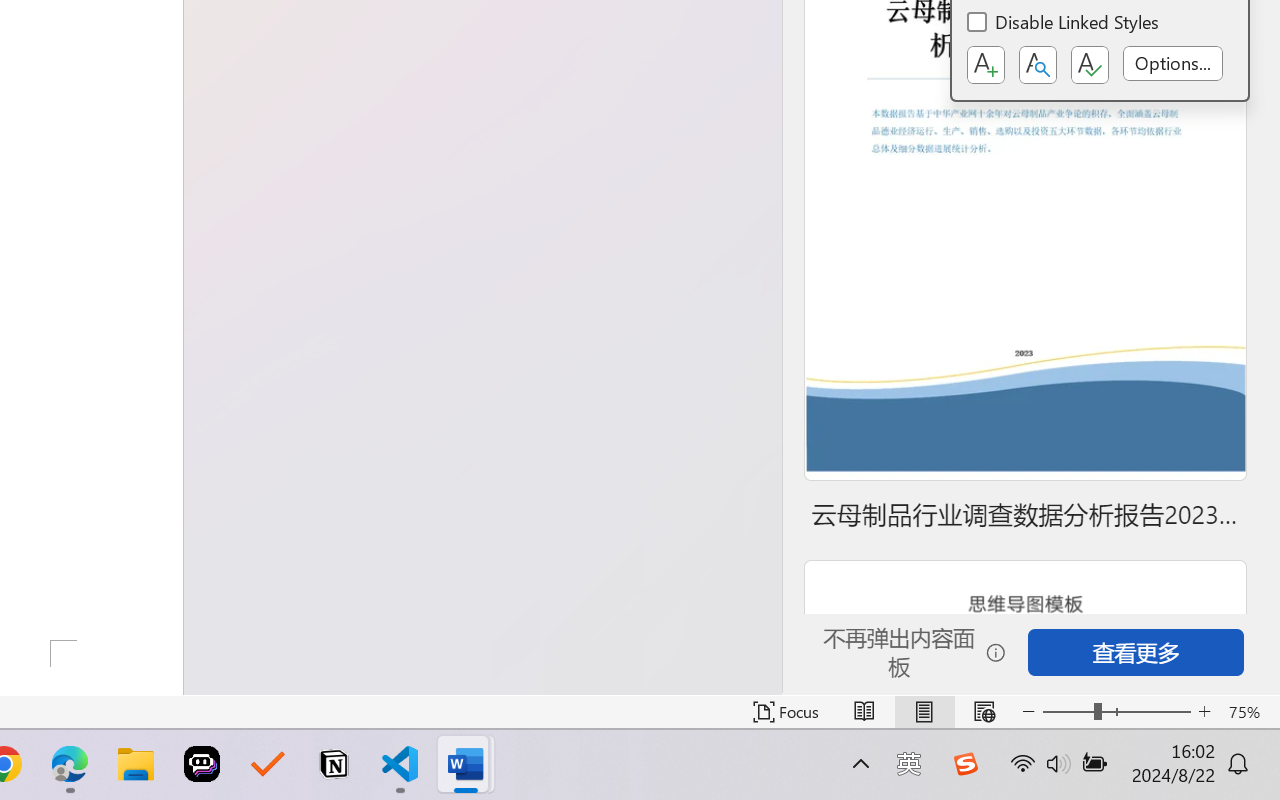 The width and height of the screenshot is (1280, 800). Describe the element at coordinates (1172, 62) in the screenshot. I see `'Options...'` at that location.